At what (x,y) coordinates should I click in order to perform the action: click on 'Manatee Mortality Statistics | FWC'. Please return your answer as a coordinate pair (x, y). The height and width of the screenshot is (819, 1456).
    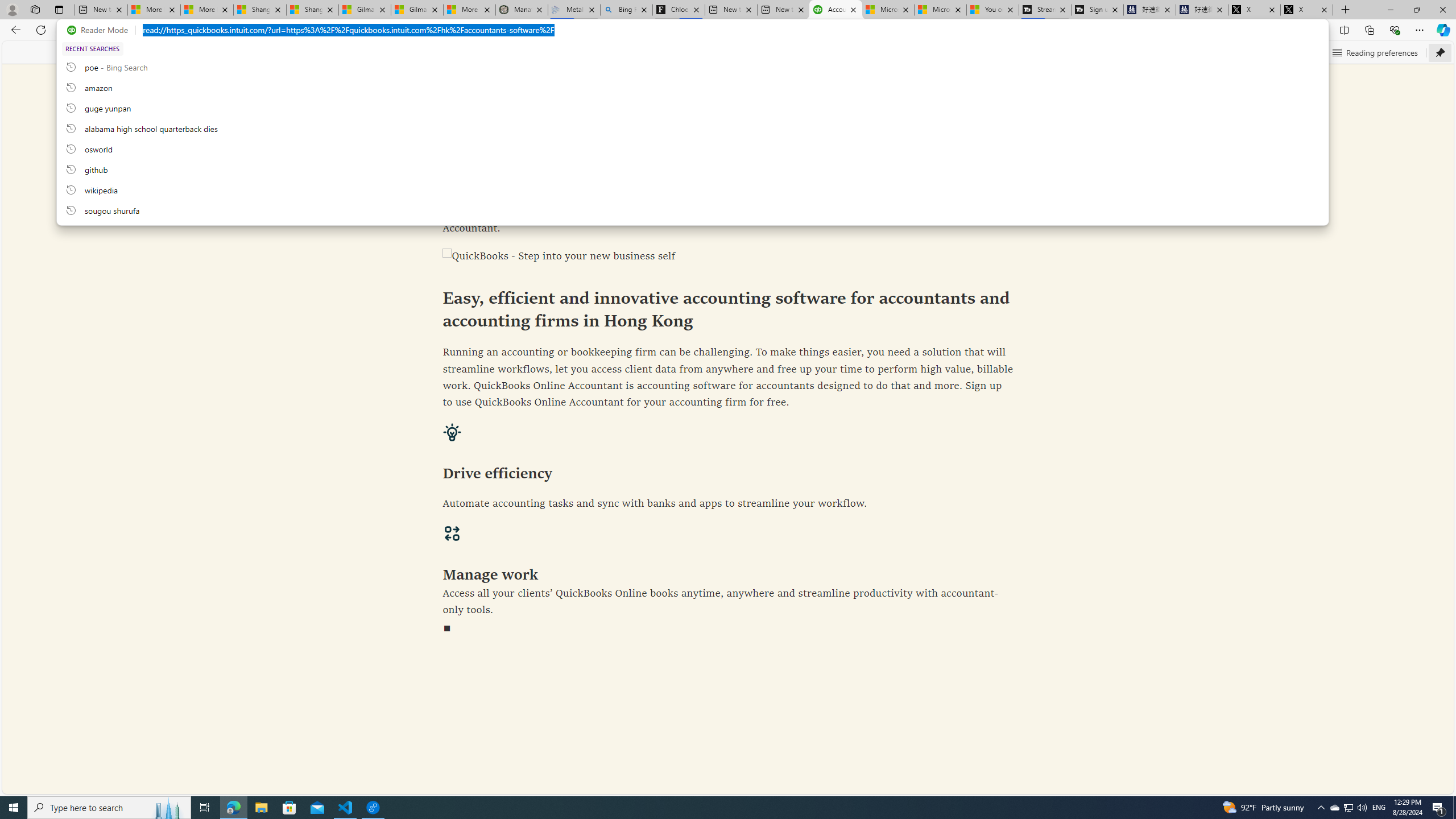
    Looking at the image, I should click on (522, 9).